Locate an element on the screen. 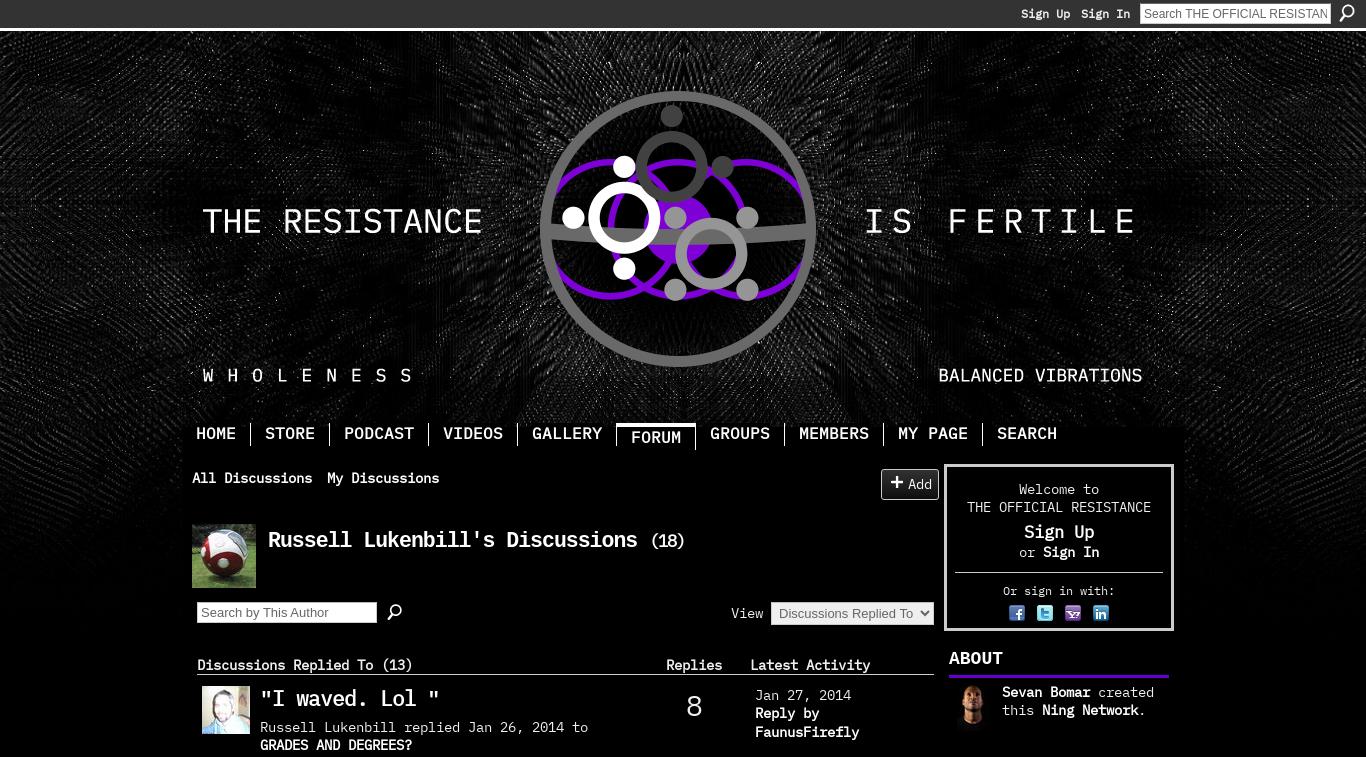 The width and height of the screenshot is (1366, 757). '.' is located at coordinates (1141, 709).